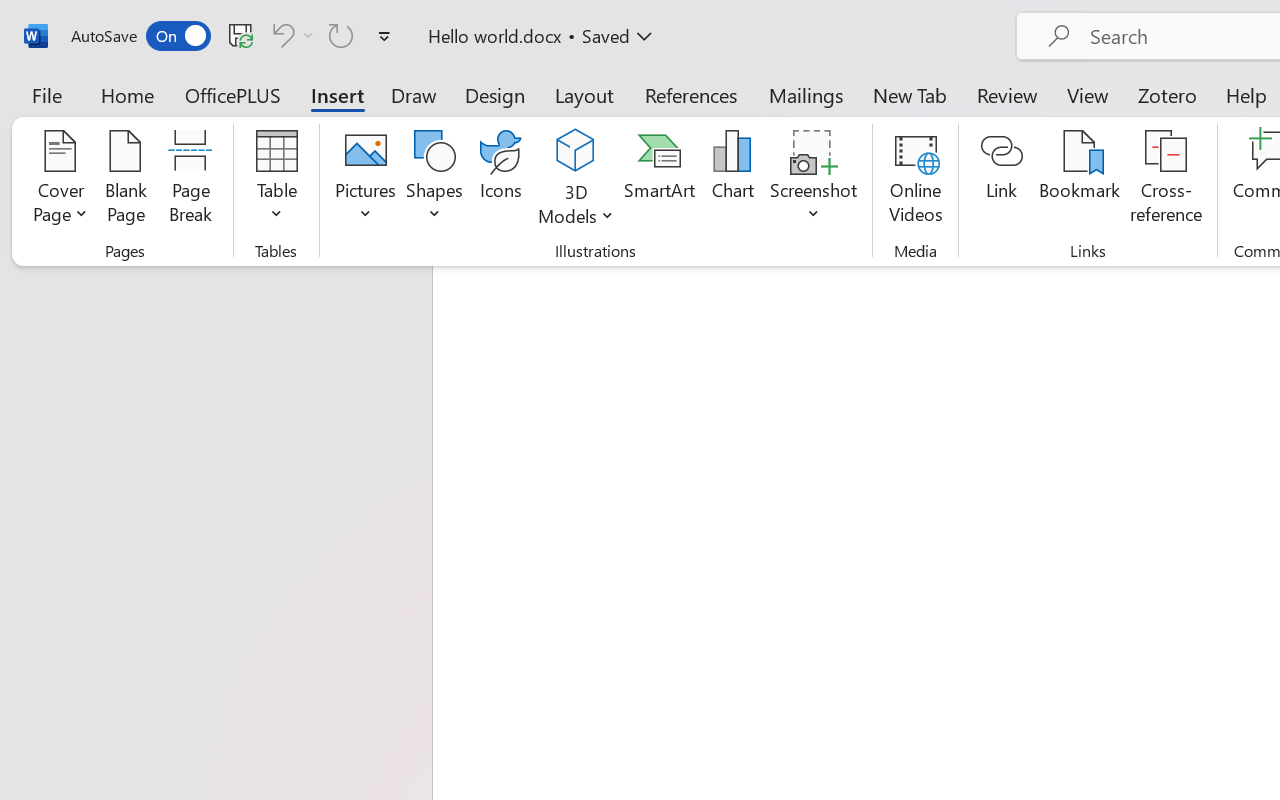  Describe the element at coordinates (575, 179) in the screenshot. I see `'3D Models'` at that location.